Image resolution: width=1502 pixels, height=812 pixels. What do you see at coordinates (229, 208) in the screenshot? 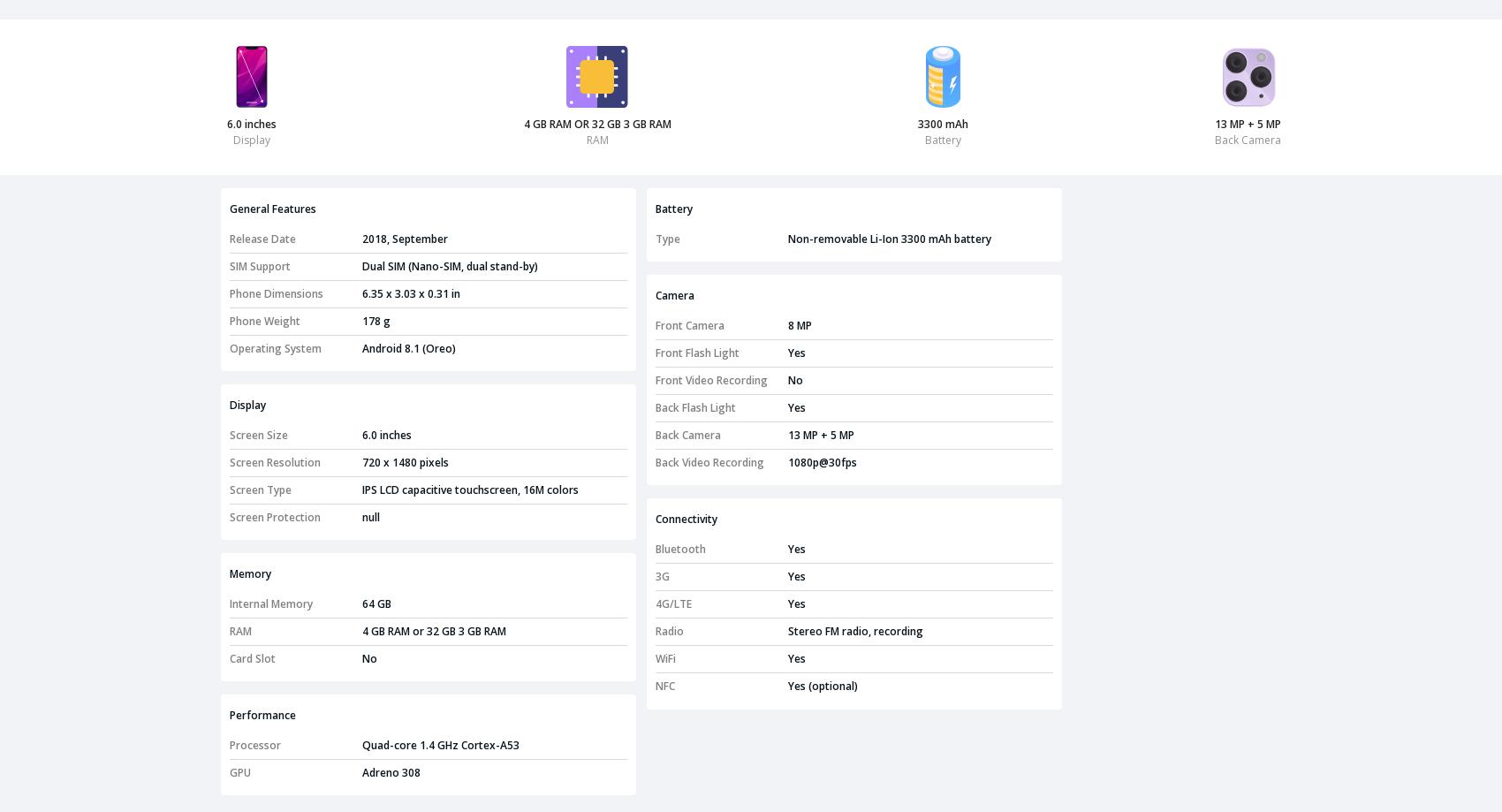
I see `'General Features'` at bounding box center [229, 208].